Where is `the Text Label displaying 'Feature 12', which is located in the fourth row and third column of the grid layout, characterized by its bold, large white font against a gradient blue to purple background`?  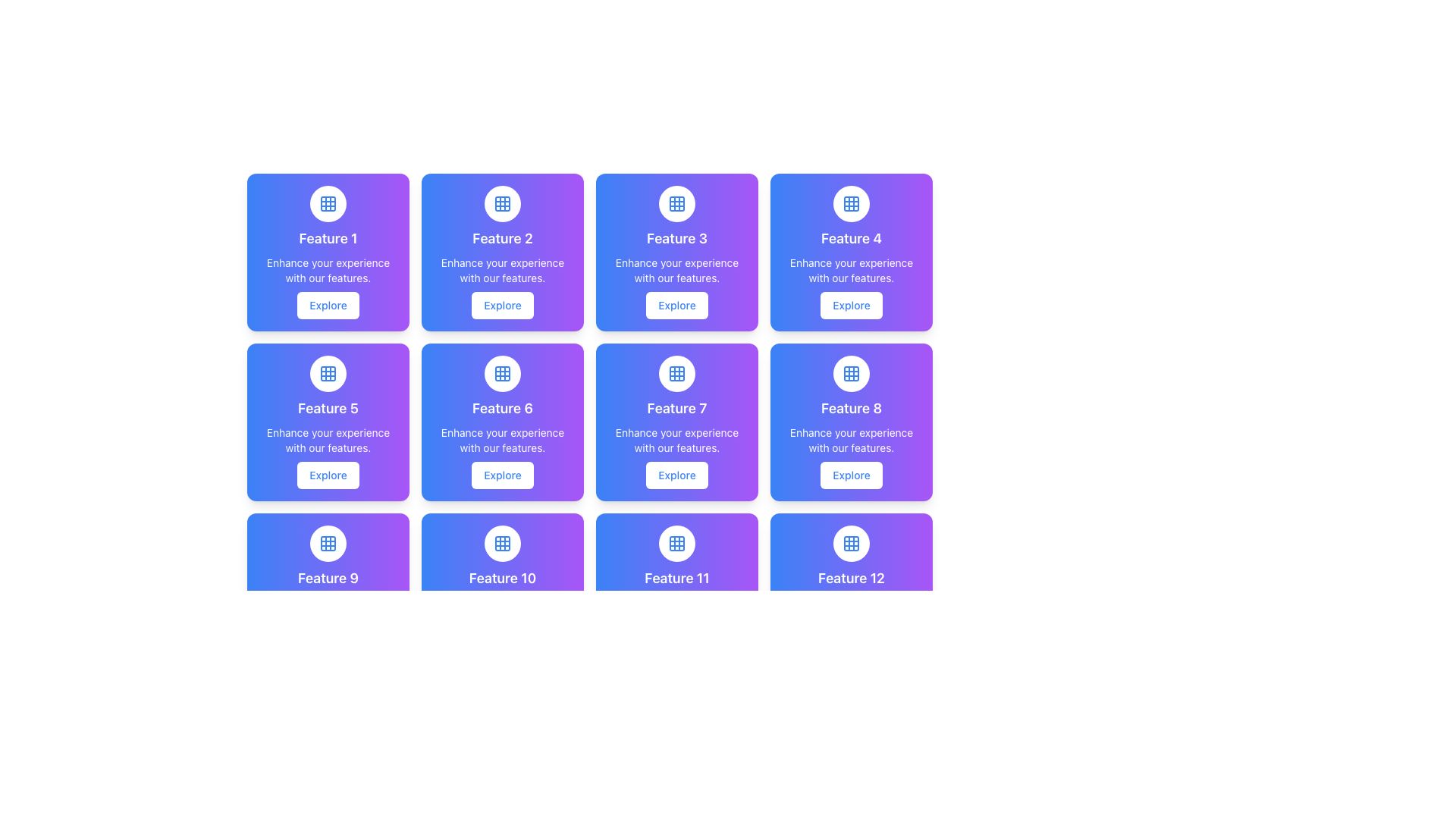 the Text Label displaying 'Feature 12', which is located in the fourth row and third column of the grid layout, characterized by its bold, large white font against a gradient blue to purple background is located at coordinates (852, 579).